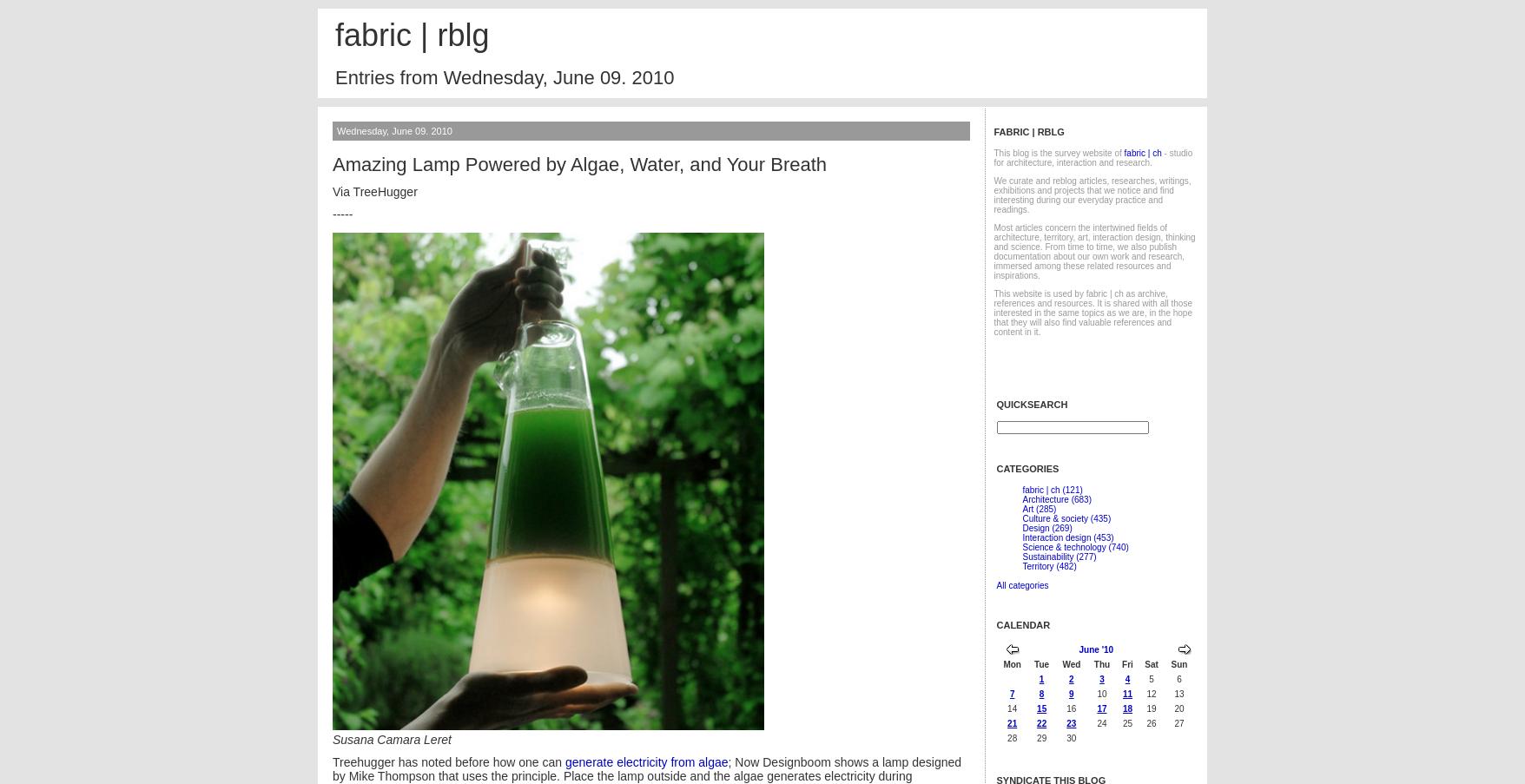 The height and width of the screenshot is (784, 1525). Describe the element at coordinates (1041, 664) in the screenshot. I see `'Tue'` at that location.